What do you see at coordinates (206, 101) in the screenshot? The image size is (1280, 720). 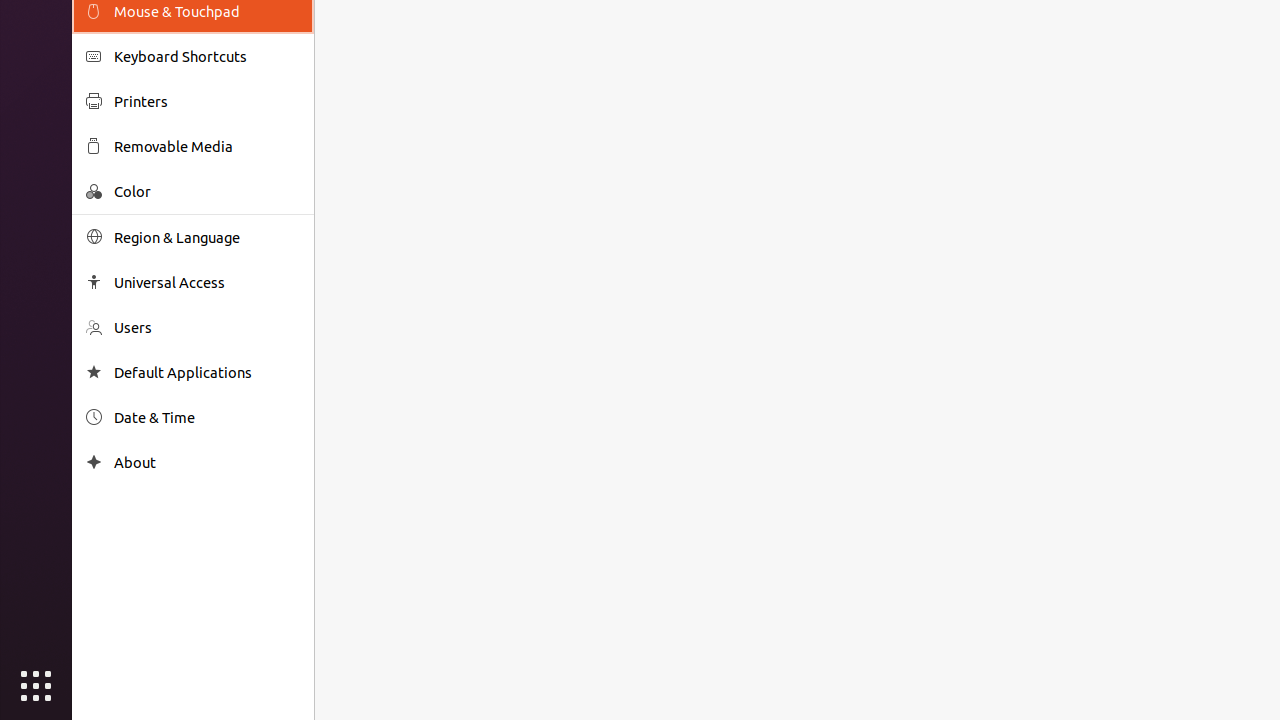 I see `'Printers'` at bounding box center [206, 101].